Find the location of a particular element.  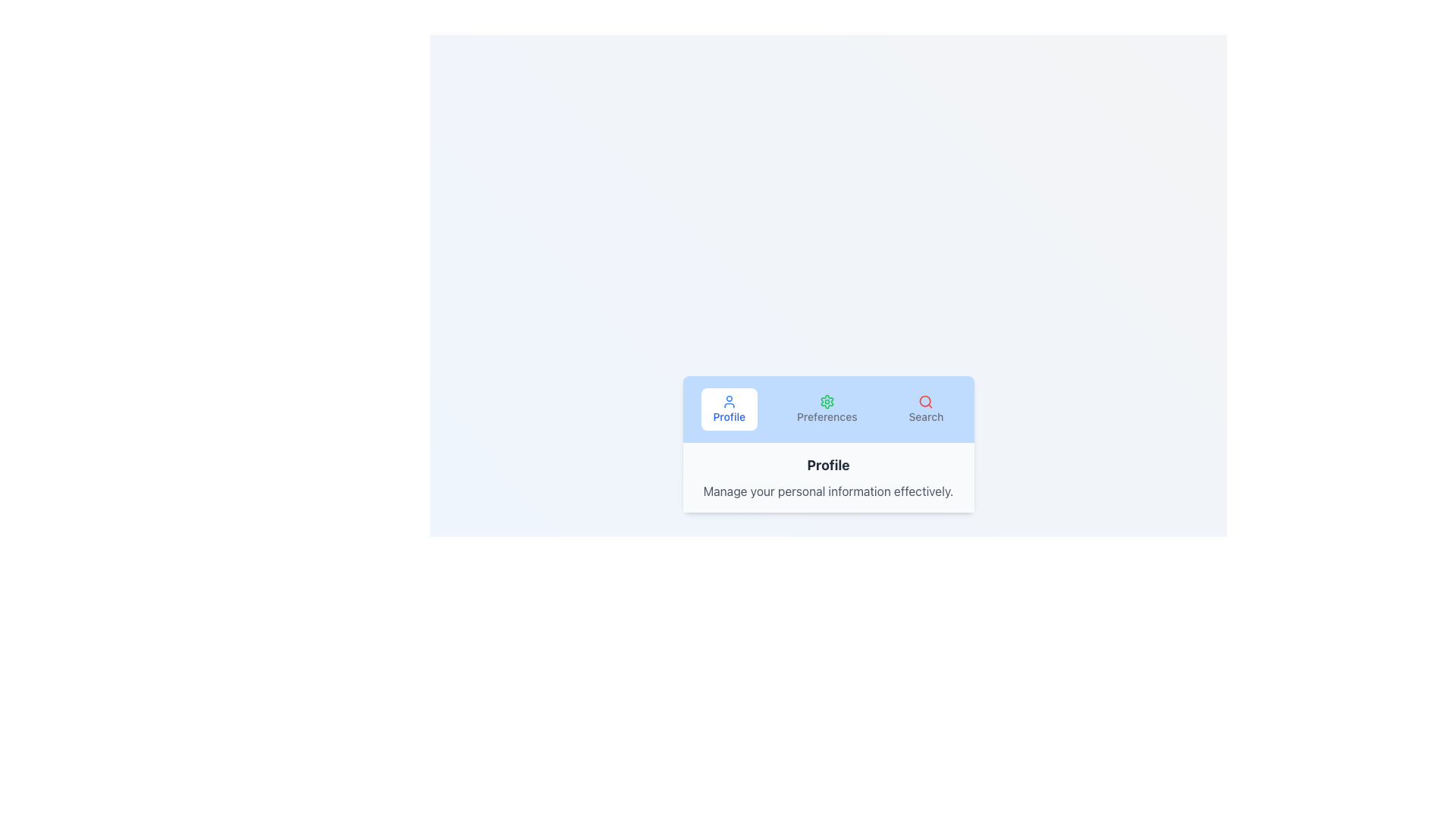

the 'Search' button, which features a red magnifying glass icon above the text 'Search' is located at coordinates (925, 409).